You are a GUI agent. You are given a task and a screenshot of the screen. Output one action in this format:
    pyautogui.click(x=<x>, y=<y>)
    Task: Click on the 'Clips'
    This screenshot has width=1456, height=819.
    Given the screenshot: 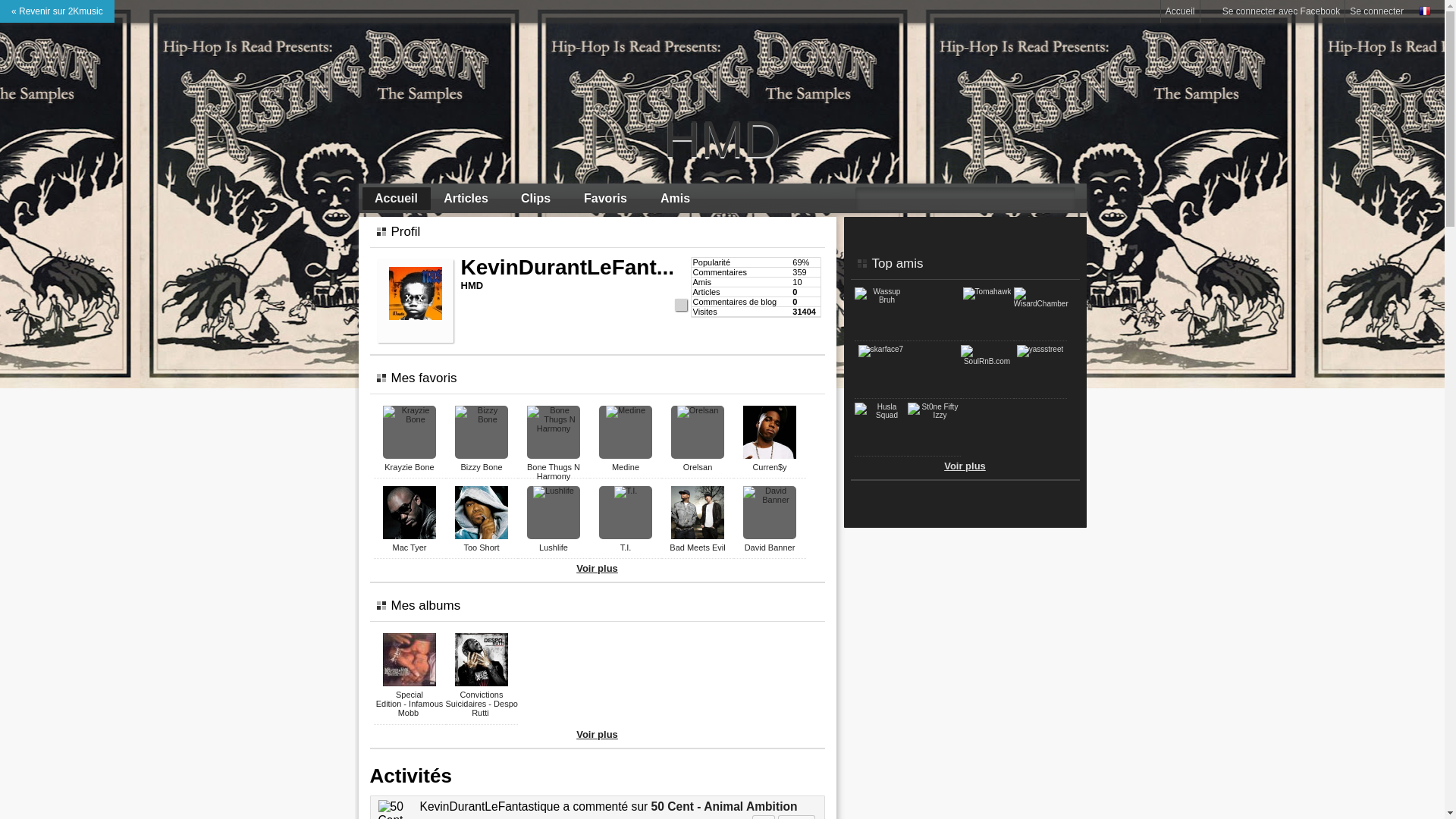 What is the action you would take?
    pyautogui.click(x=535, y=198)
    